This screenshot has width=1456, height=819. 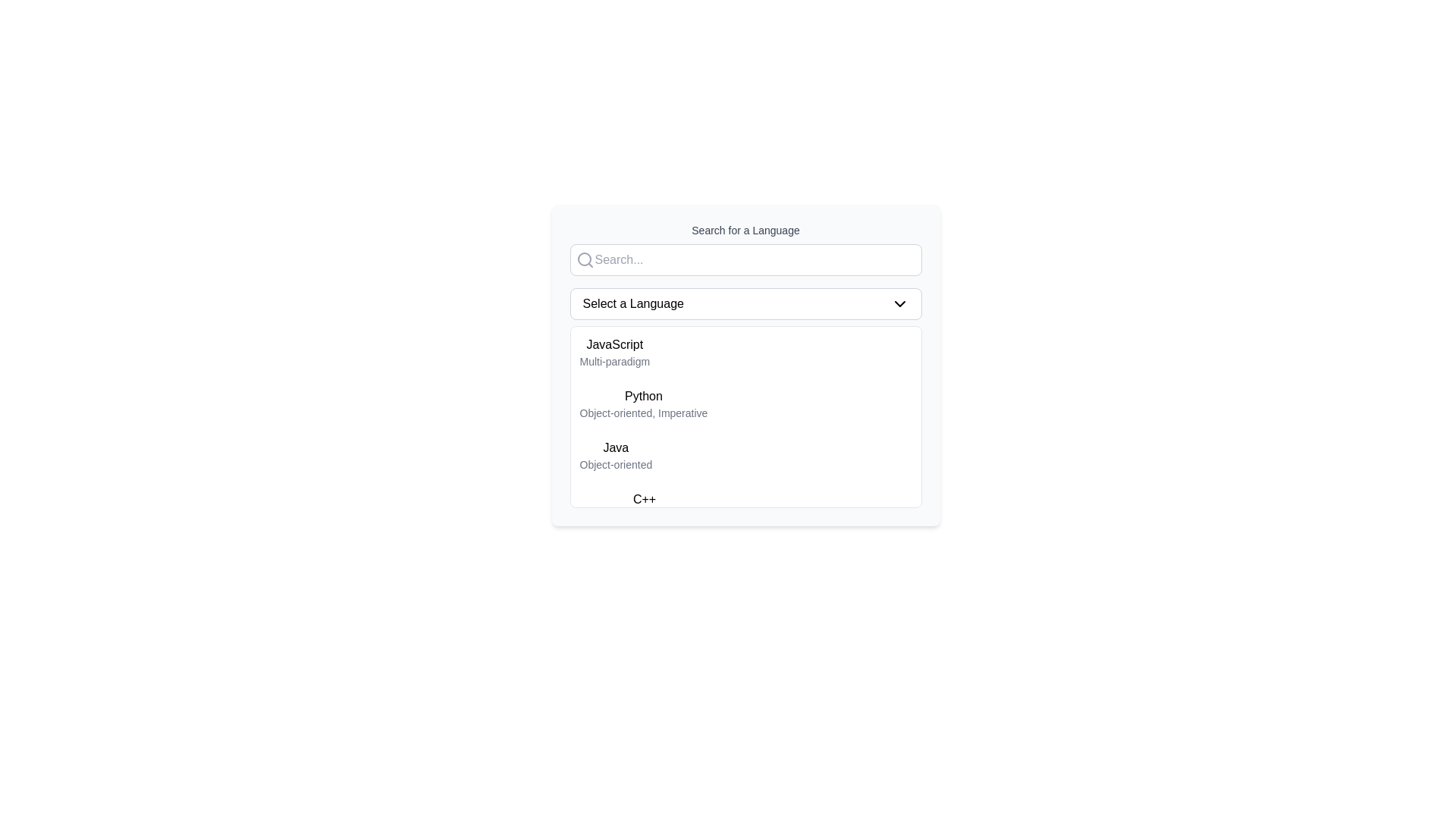 What do you see at coordinates (745, 403) in the screenshot?
I see `the 'Python' option in the dropdown list titled 'Select a Language', which is the second item in the list` at bounding box center [745, 403].